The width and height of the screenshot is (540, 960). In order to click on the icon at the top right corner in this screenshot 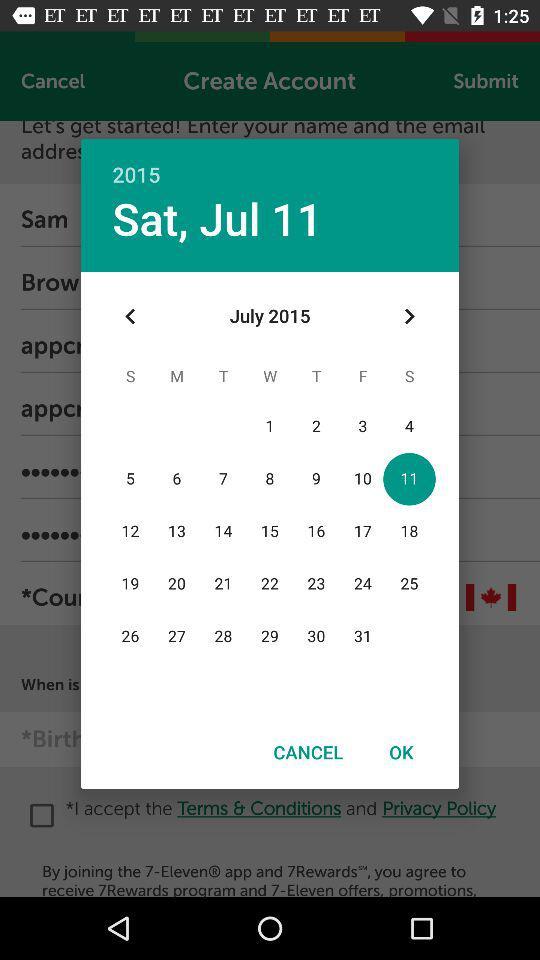, I will do `click(408, 316)`.